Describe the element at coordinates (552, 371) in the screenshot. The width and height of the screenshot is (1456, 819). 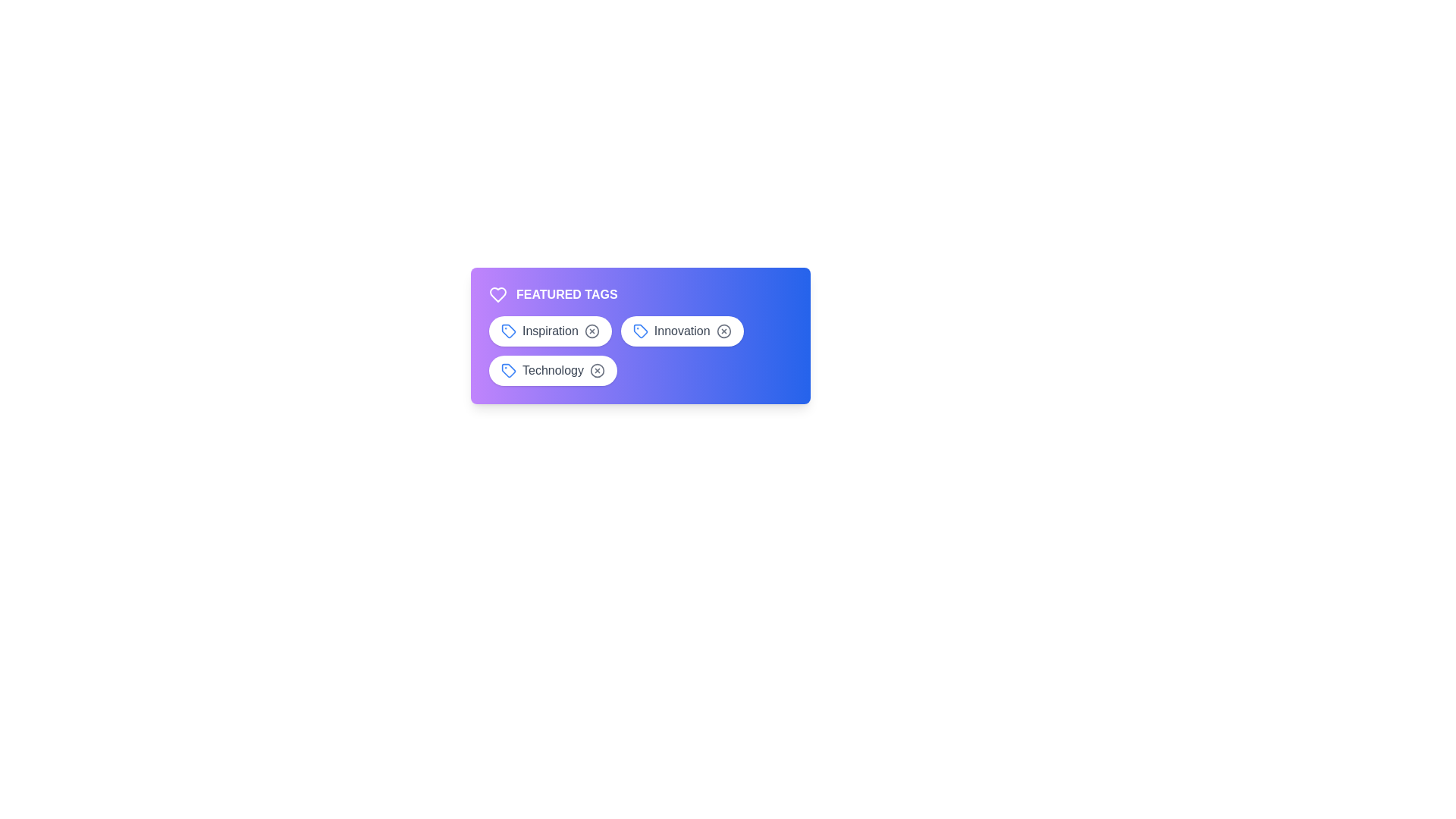
I see `the 'Technology' category tag, which is a rounded rectangular element with a blue tag icon and a close button represented by an 'X'` at that location.